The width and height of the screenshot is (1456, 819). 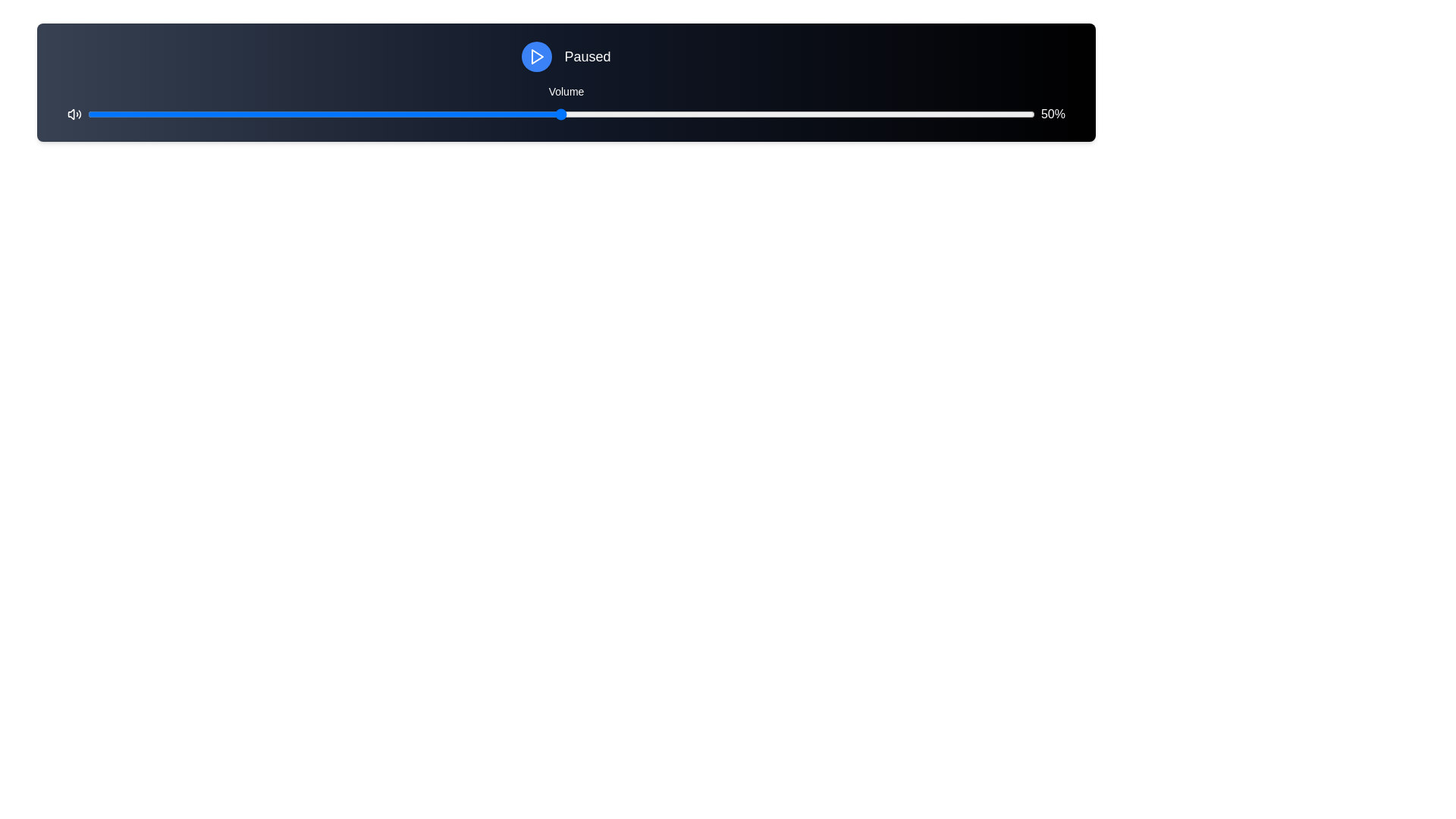 What do you see at coordinates (588, 113) in the screenshot?
I see `the volume level` at bounding box center [588, 113].